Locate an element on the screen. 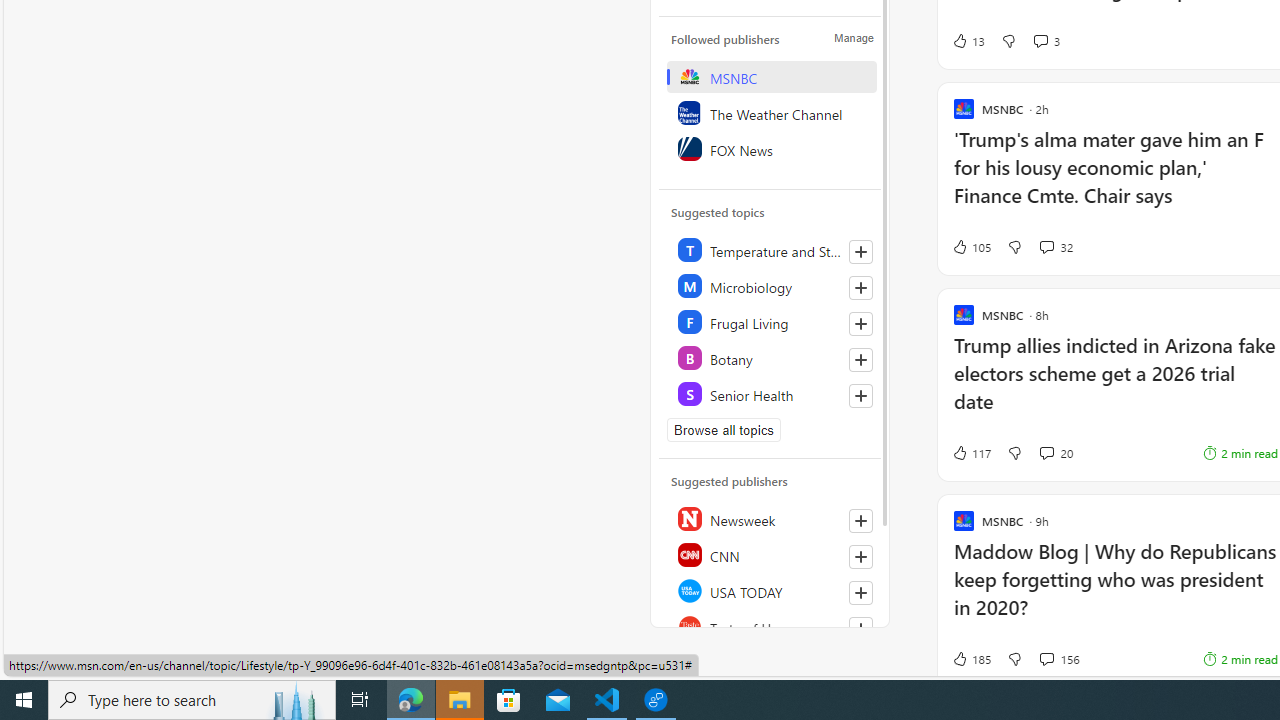 Image resolution: width=1280 pixels, height=720 pixels. 'Manage' is located at coordinates (854, 37).